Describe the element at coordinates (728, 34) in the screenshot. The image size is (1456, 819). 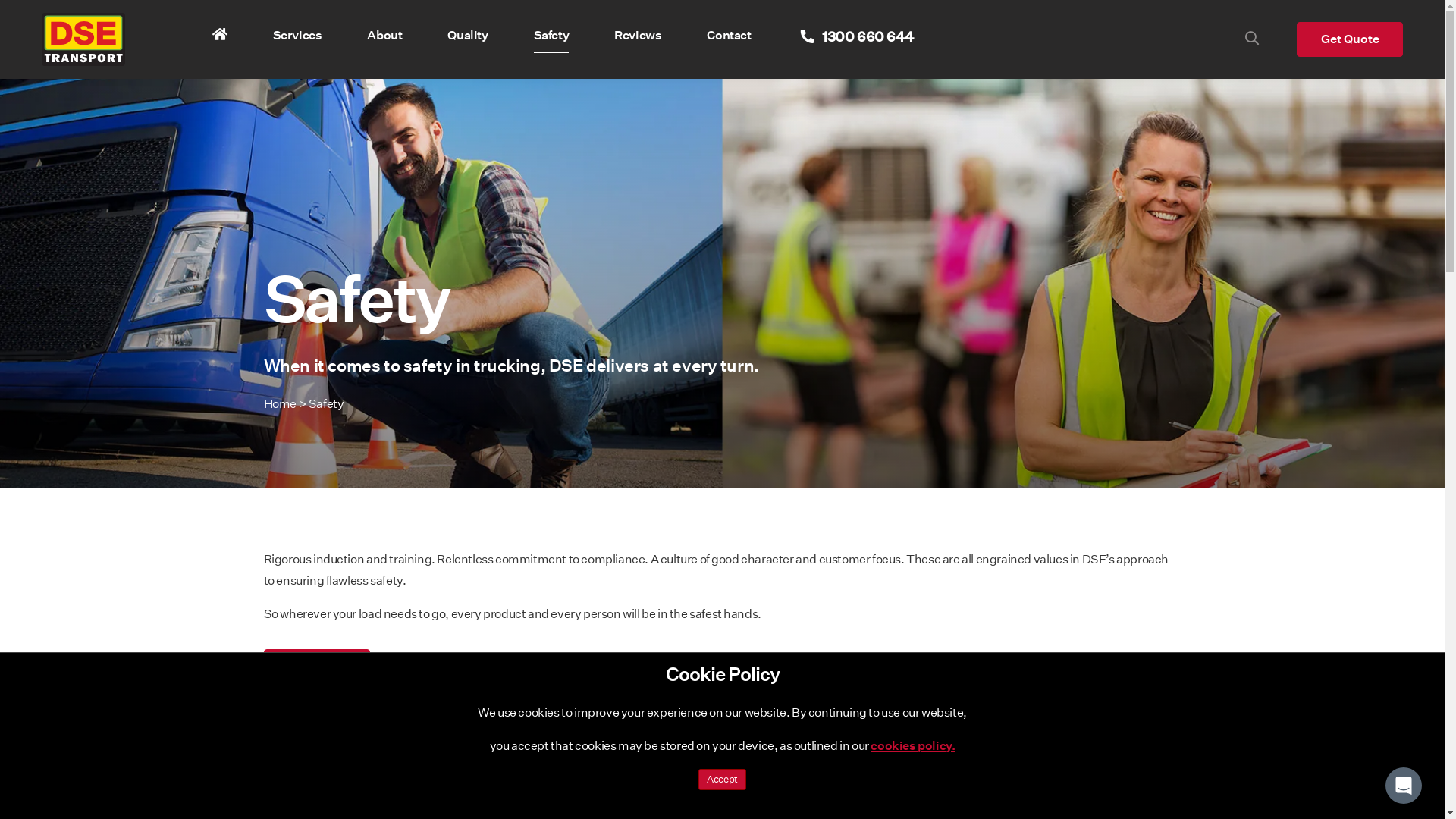
I see `'Contact'` at that location.